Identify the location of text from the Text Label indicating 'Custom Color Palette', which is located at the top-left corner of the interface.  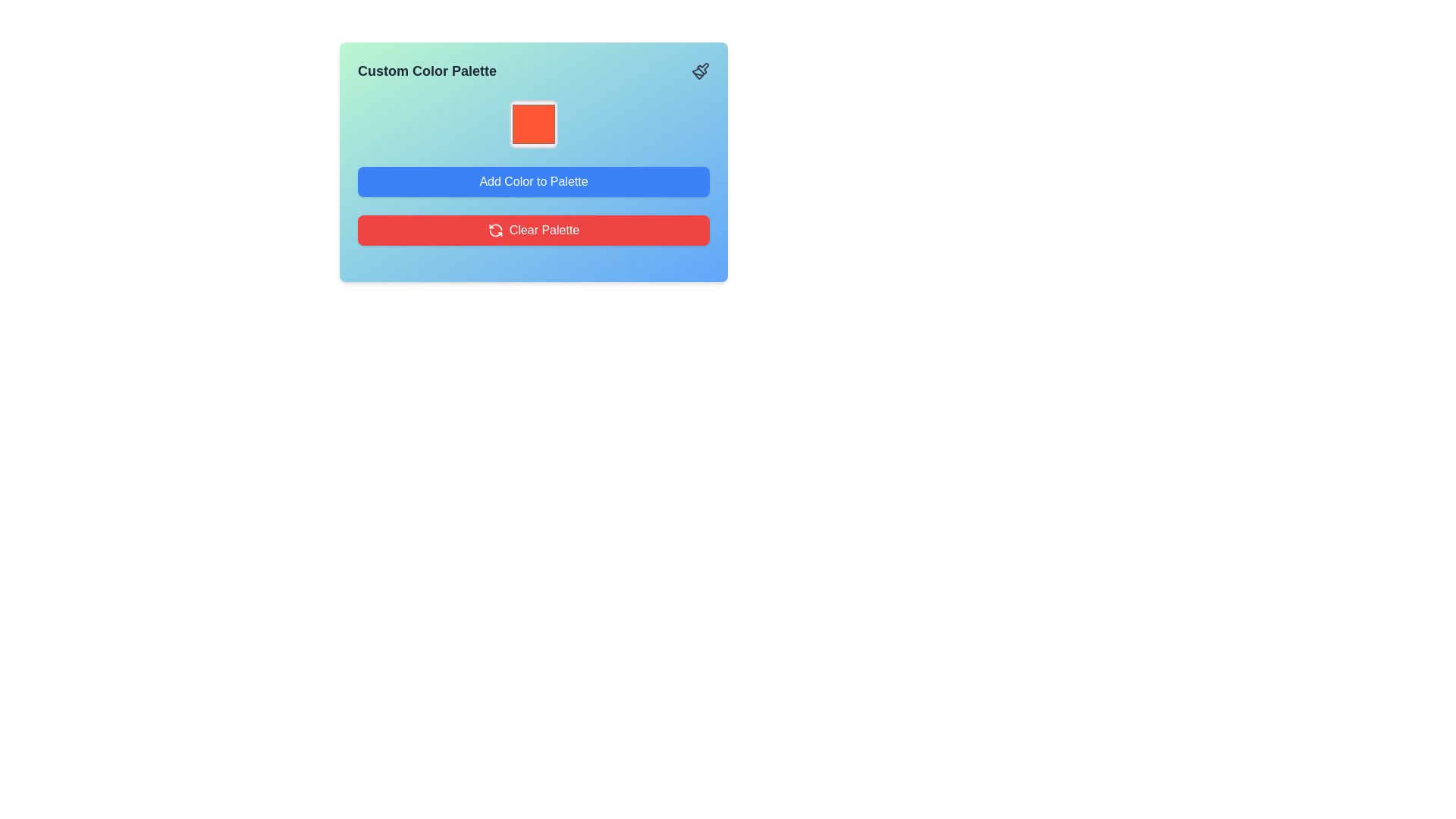
(426, 71).